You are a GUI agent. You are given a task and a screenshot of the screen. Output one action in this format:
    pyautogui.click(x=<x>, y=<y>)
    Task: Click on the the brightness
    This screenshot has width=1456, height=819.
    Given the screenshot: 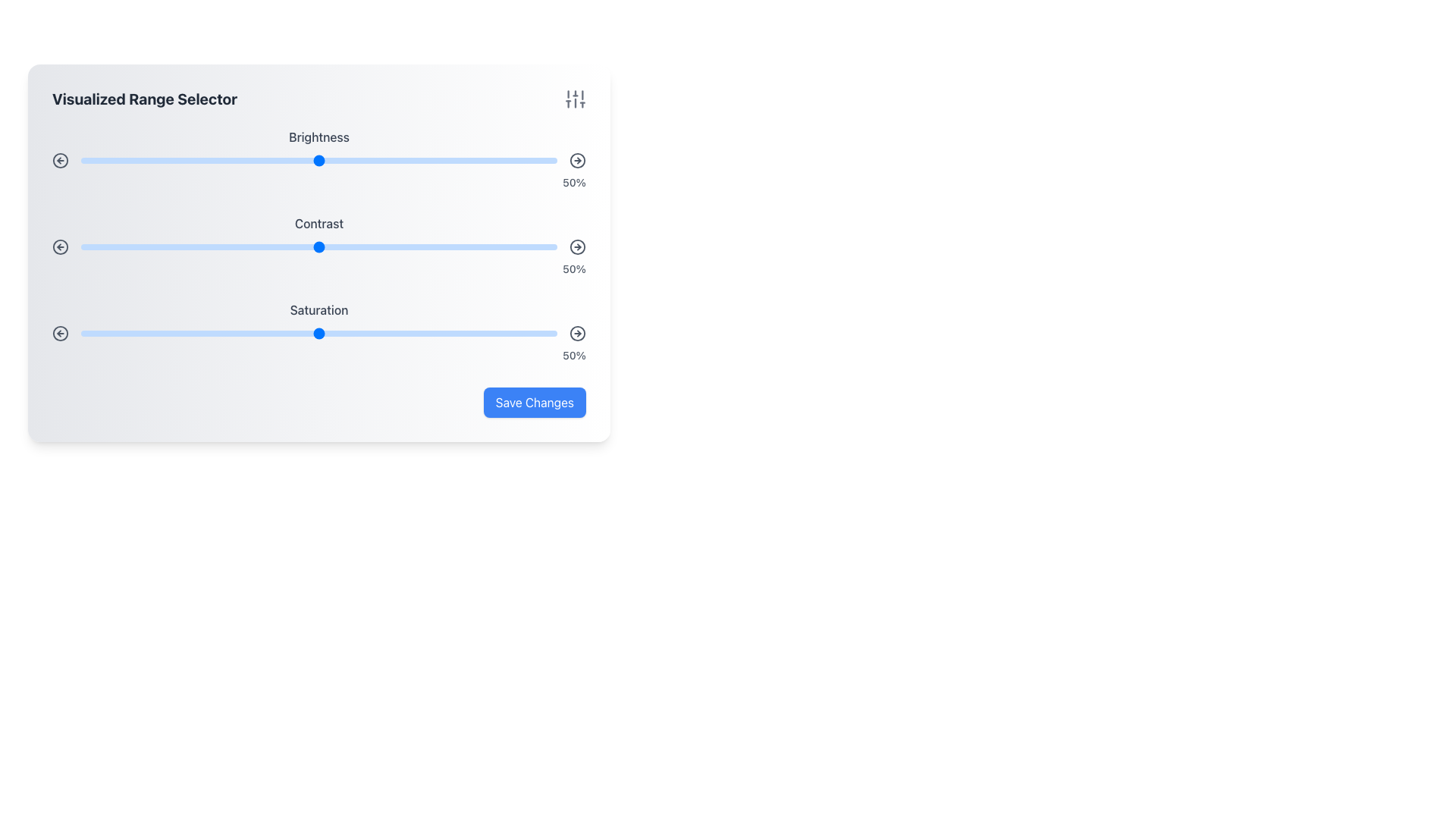 What is the action you would take?
    pyautogui.click(x=176, y=161)
    